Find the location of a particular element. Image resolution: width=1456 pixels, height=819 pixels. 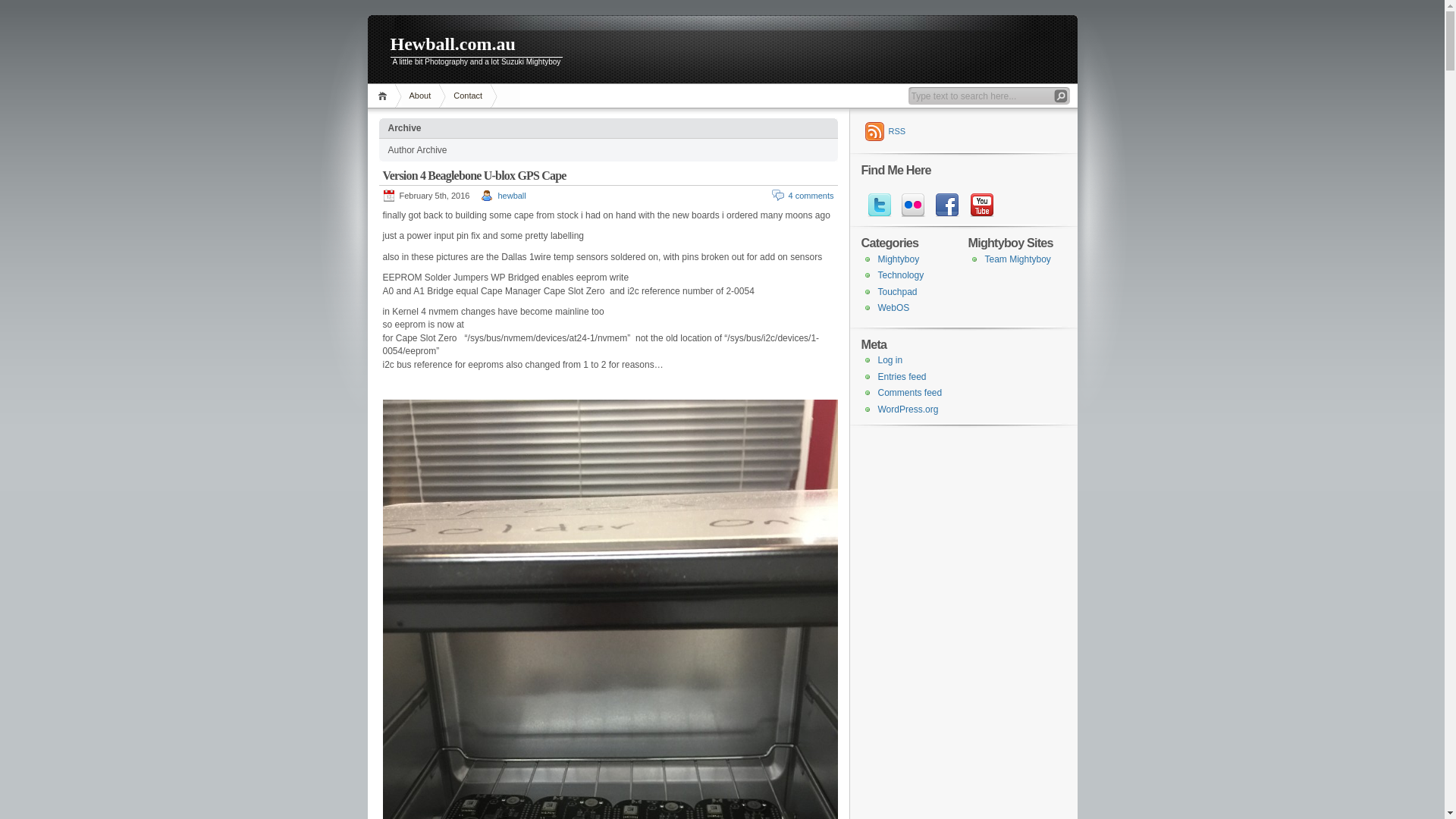

'WordPress.org' is located at coordinates (908, 409).